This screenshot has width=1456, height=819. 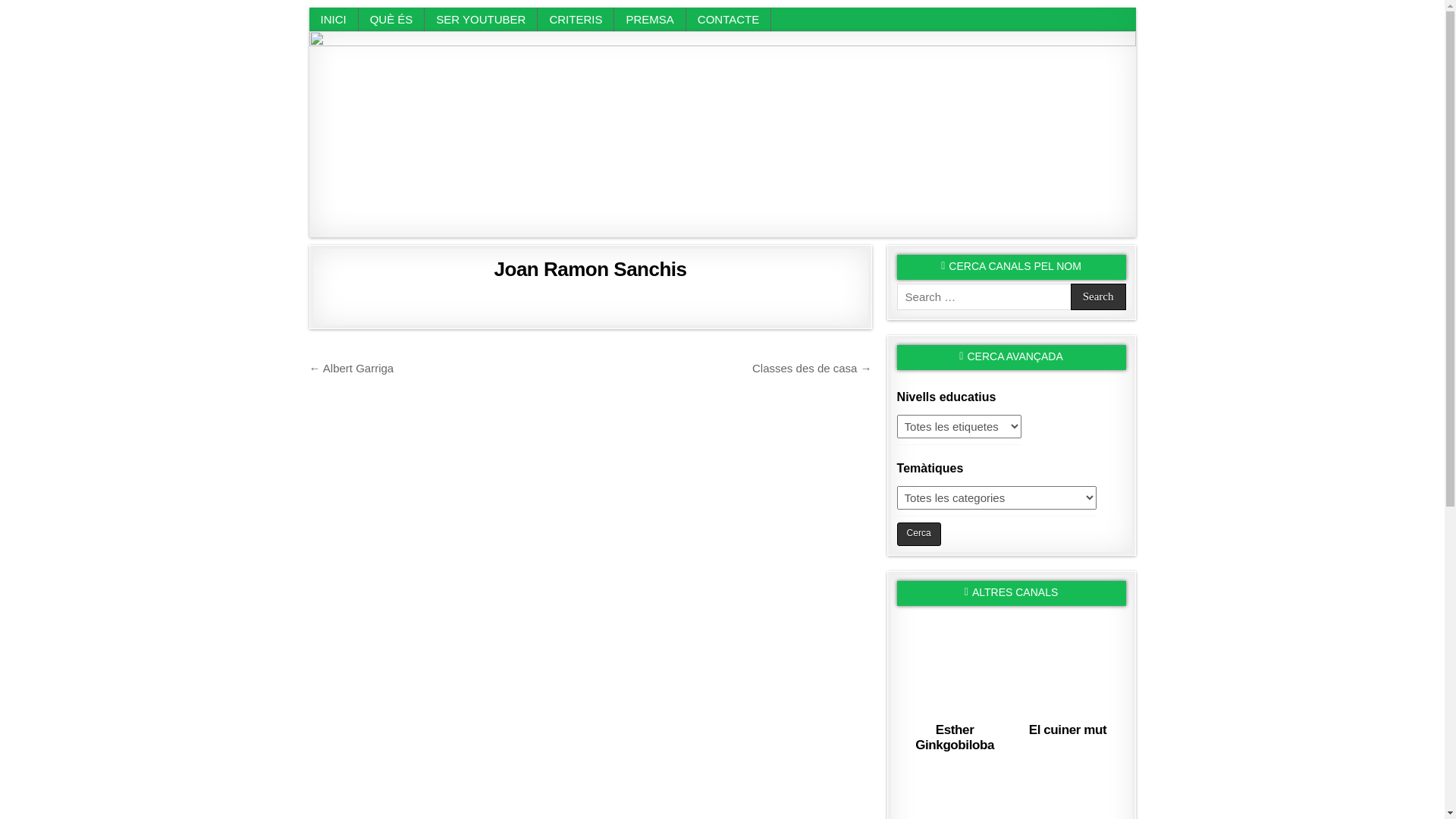 What do you see at coordinates (538, 19) in the screenshot?
I see `'CRITERIS'` at bounding box center [538, 19].